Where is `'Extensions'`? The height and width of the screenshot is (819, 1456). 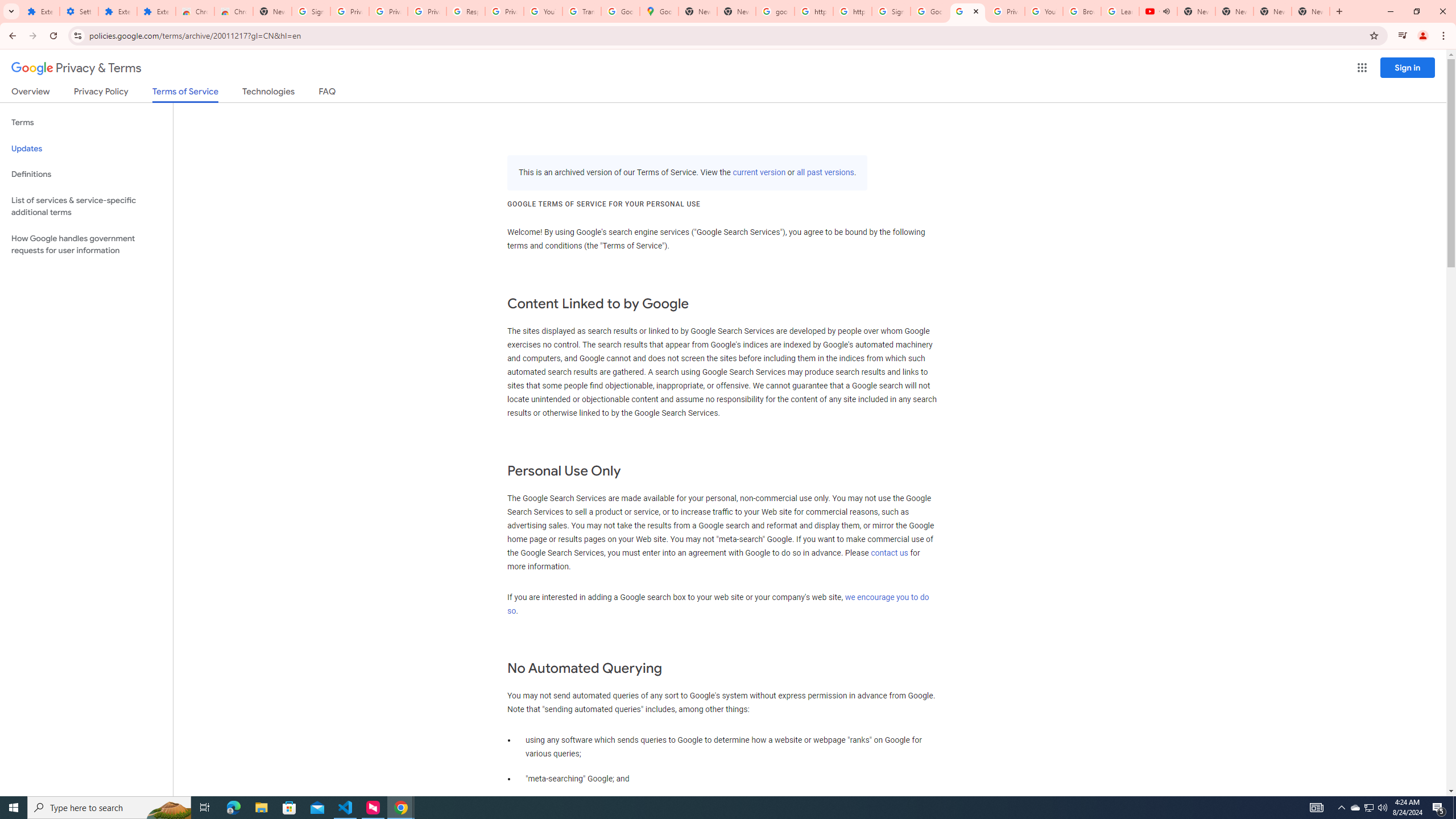
'Extensions' is located at coordinates (40, 11).